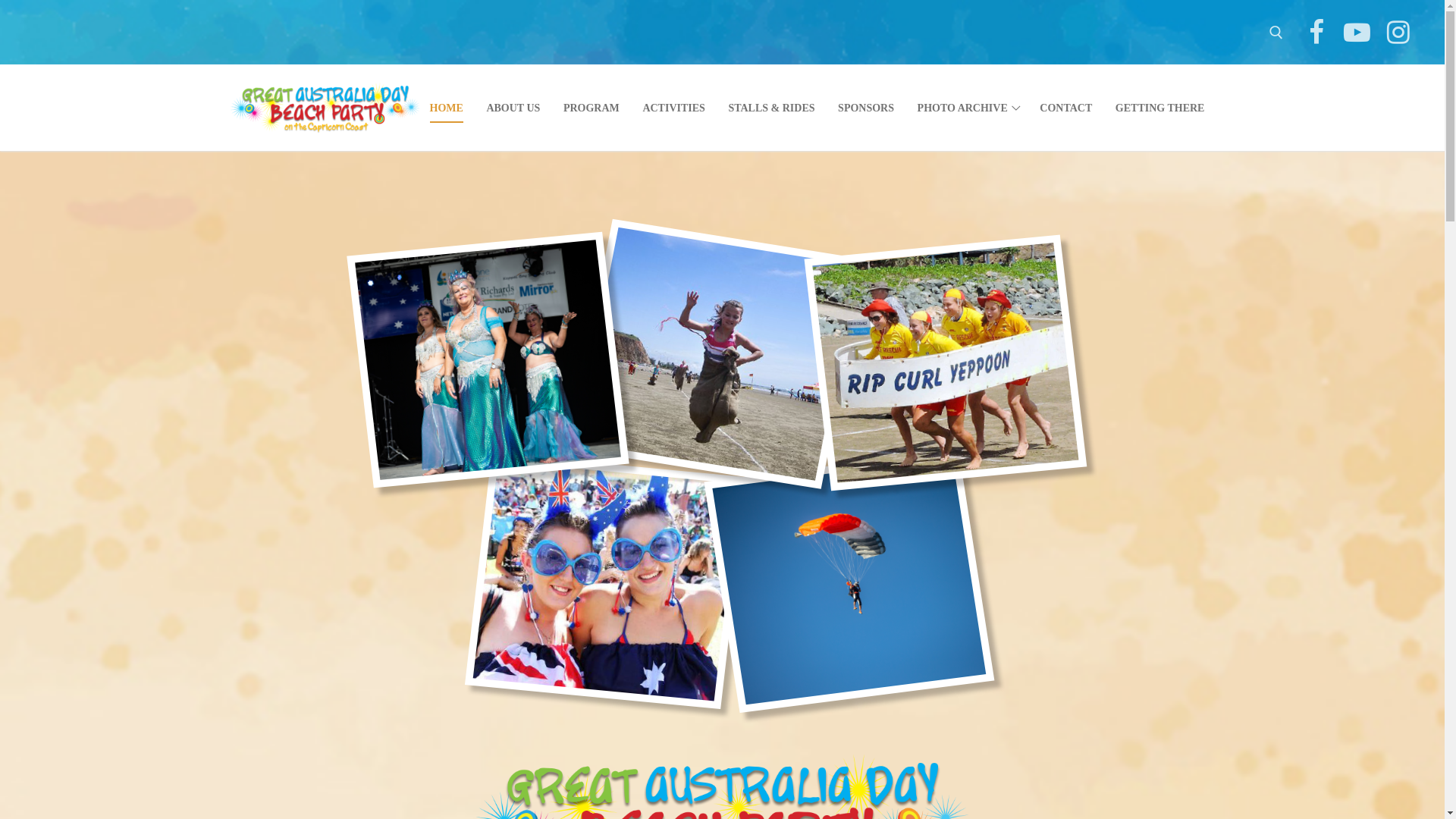  I want to click on 'Instagram', so click(1397, 32).